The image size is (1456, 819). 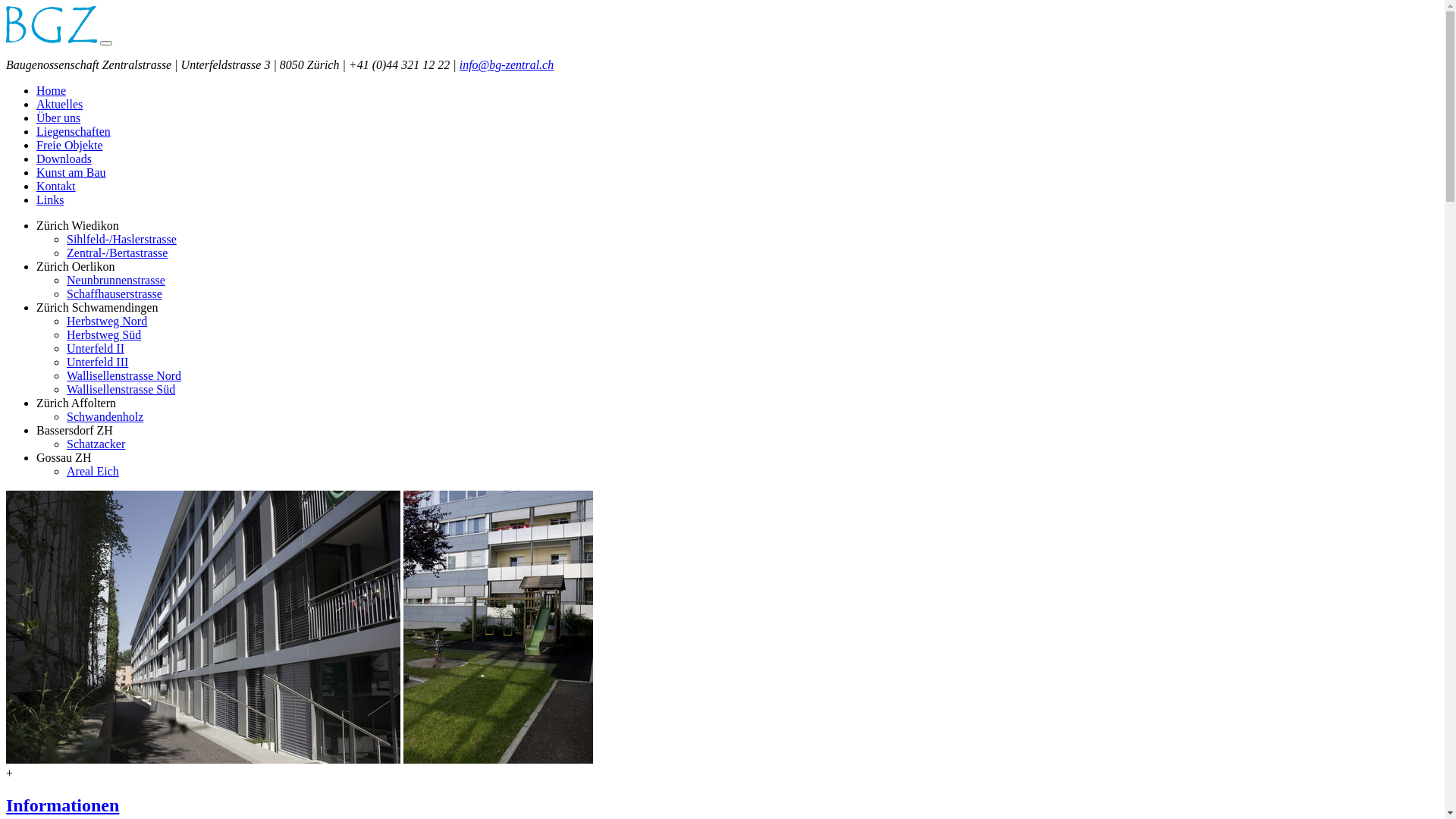 I want to click on 'info@bg-zentral.ch', so click(x=506, y=64).